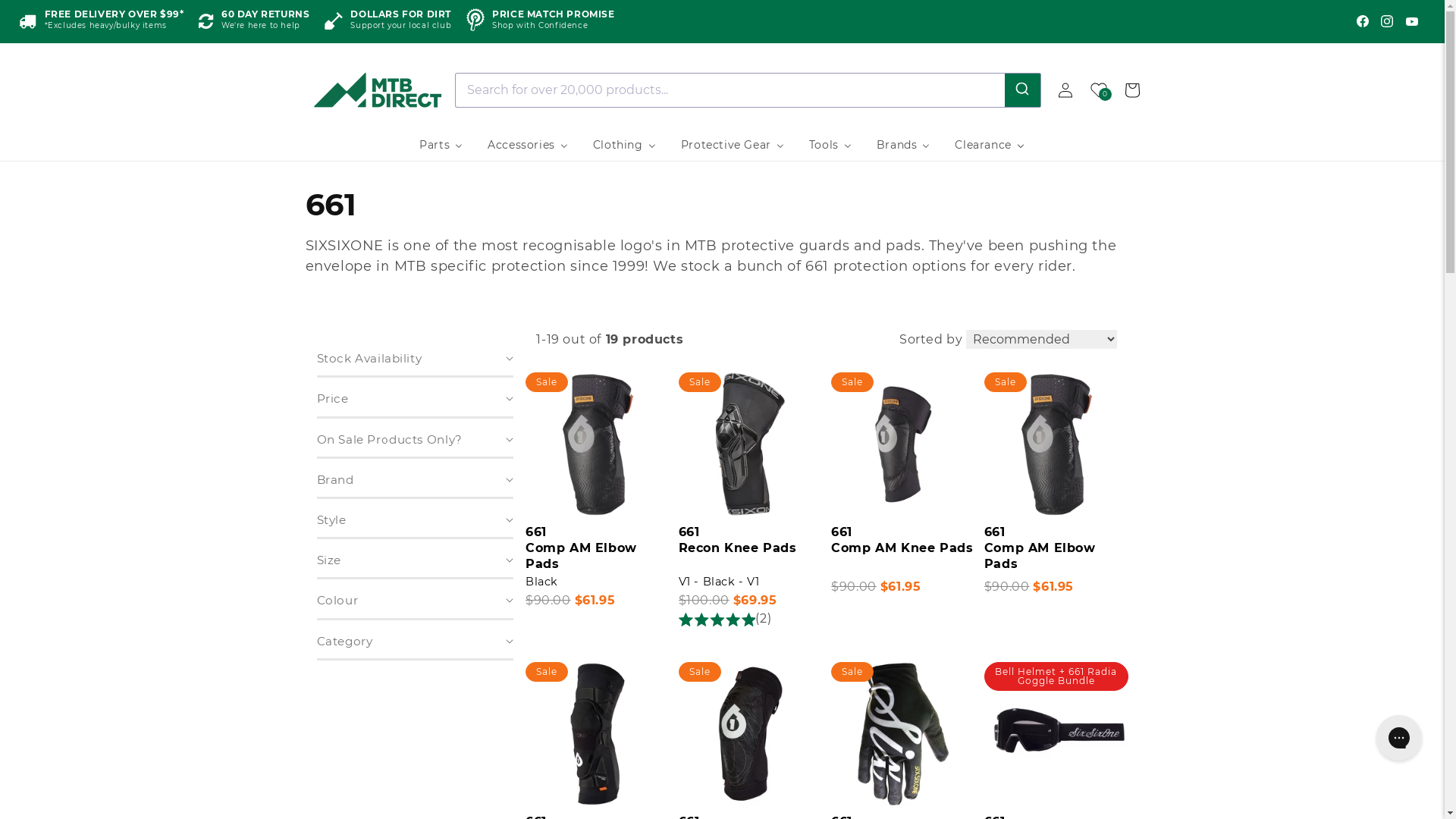  Describe the element at coordinates (528, 145) in the screenshot. I see `'Accessories'` at that location.